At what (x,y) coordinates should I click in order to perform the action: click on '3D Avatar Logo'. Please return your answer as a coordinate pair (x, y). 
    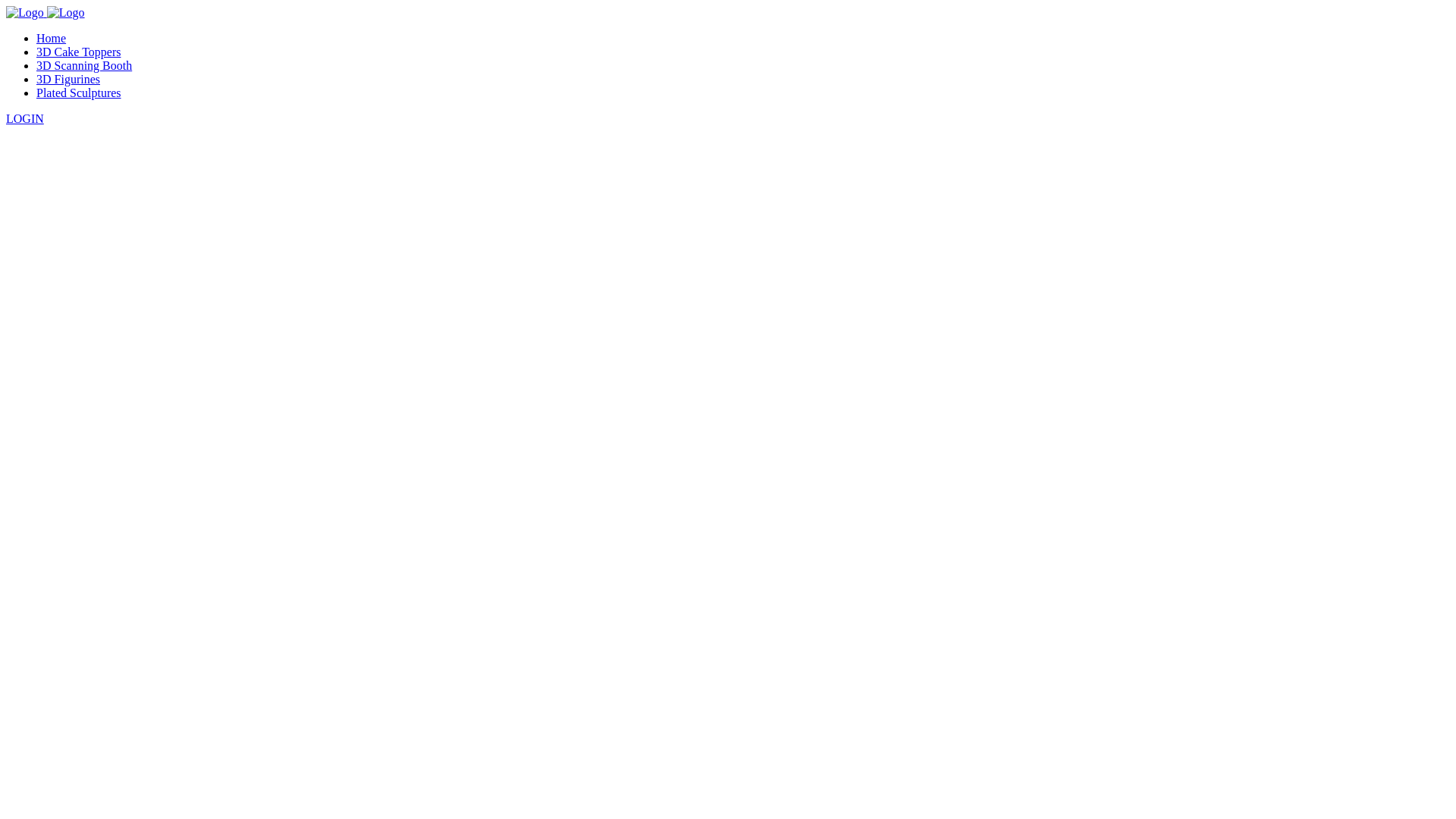
    Looking at the image, I should click on (25, 12).